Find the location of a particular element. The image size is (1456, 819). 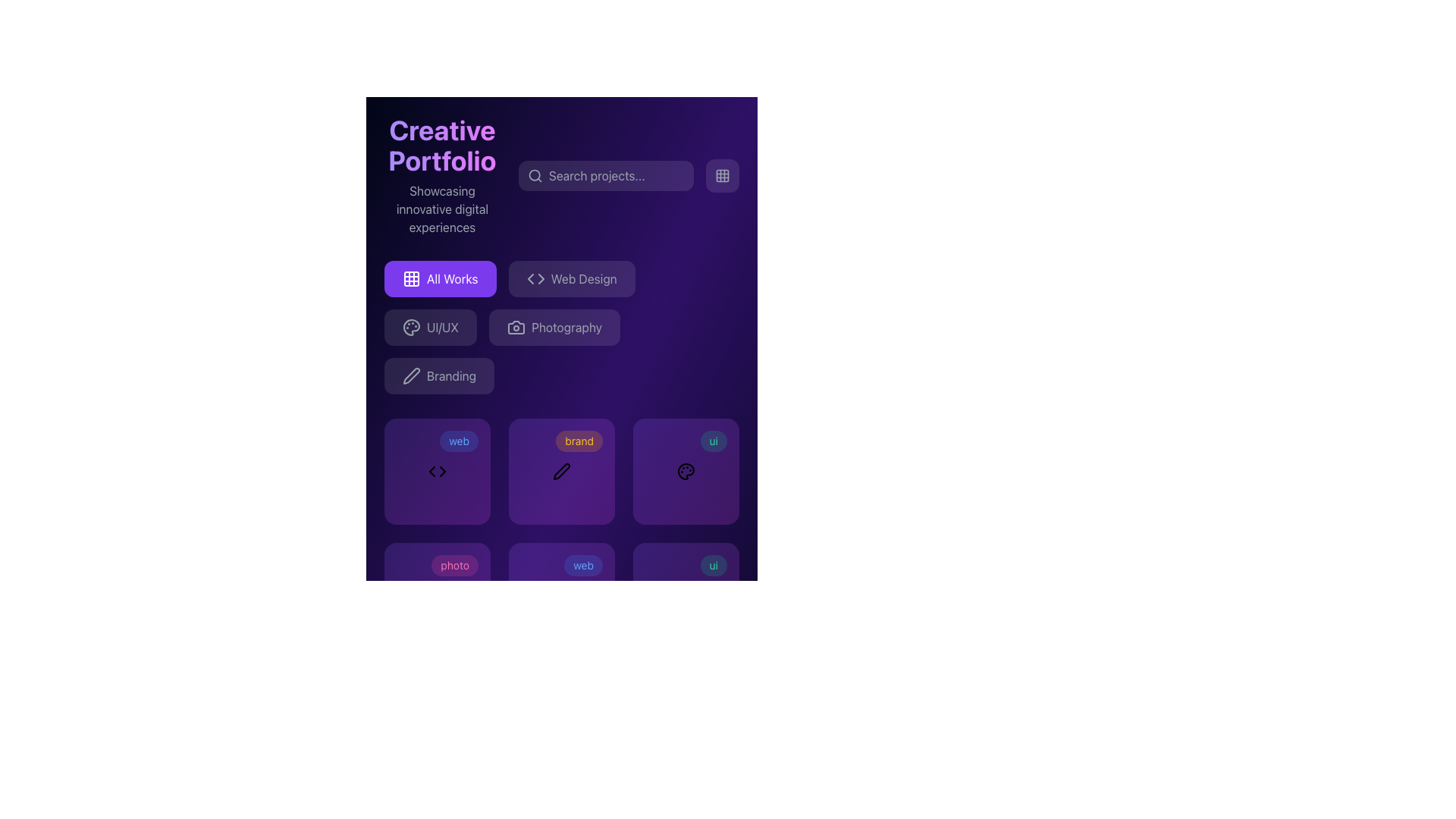

the rounded text input field with placeholder text 'Search projects...' is located at coordinates (605, 174).